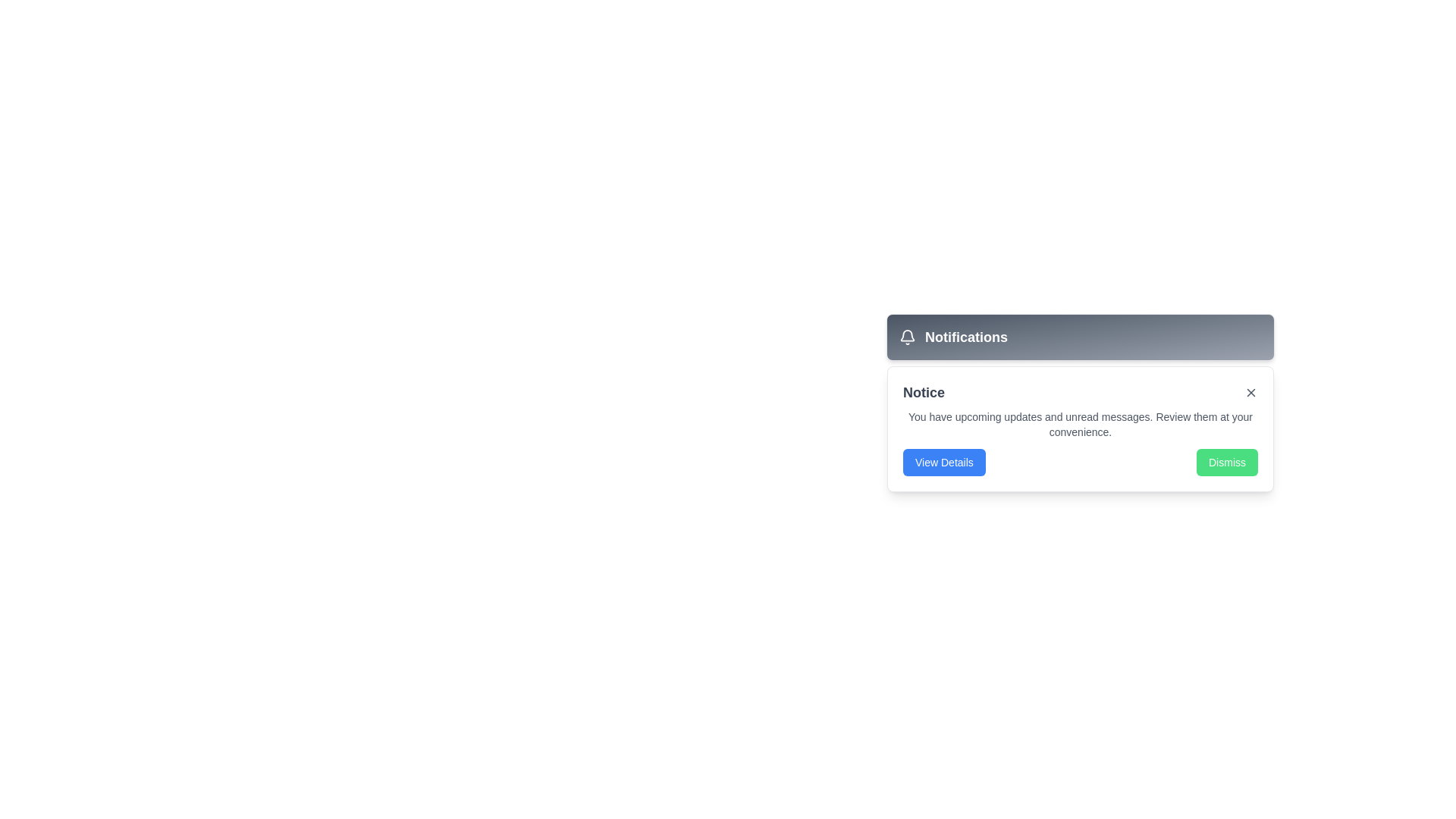 Image resolution: width=1456 pixels, height=819 pixels. Describe the element at coordinates (1251, 391) in the screenshot. I see `the 'X' icon button in the top-right corner of the notification card to change its appearance` at that location.